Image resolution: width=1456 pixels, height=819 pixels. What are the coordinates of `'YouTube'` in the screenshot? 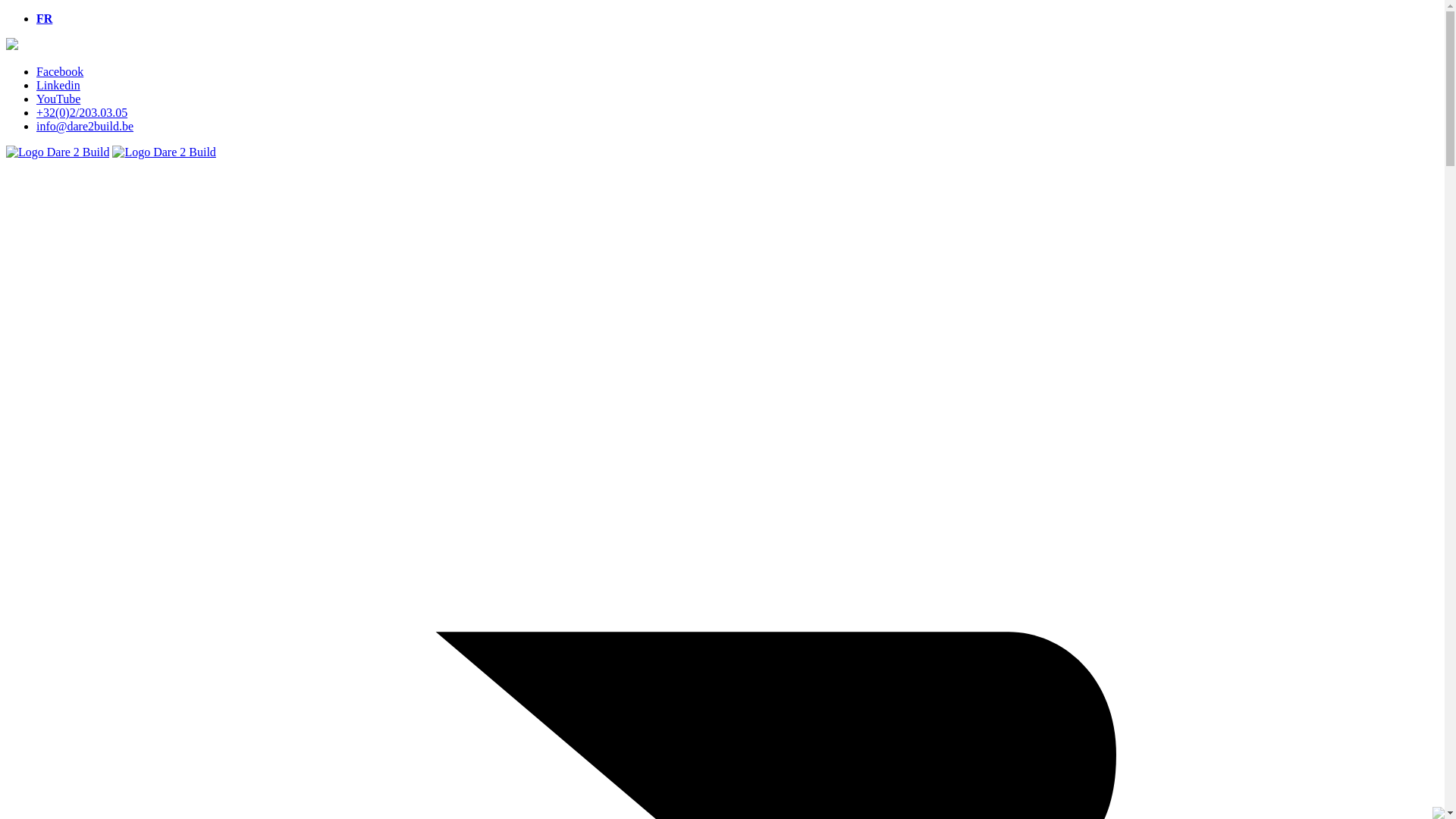 It's located at (58, 99).